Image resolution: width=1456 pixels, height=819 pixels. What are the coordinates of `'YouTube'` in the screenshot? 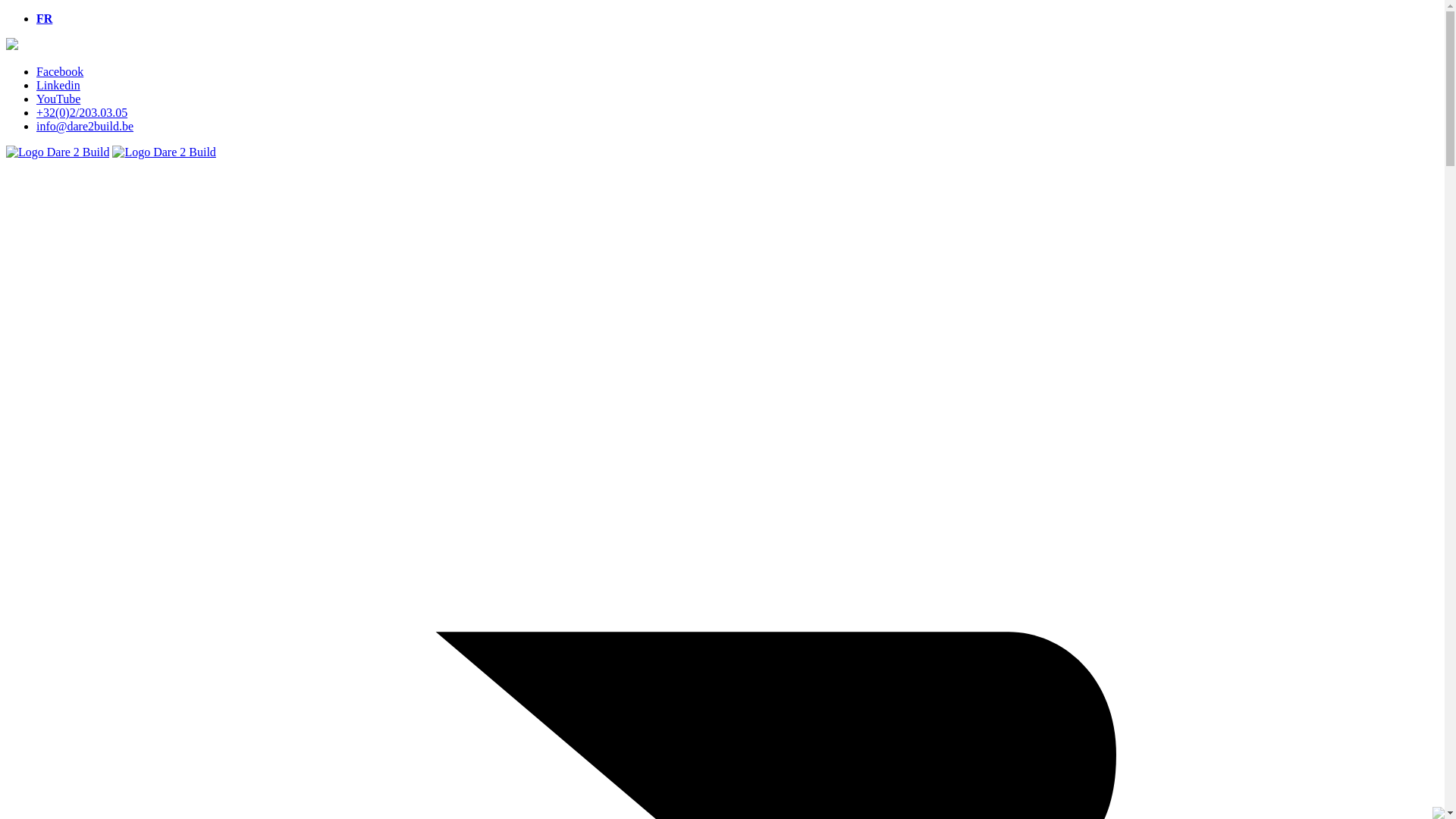 It's located at (58, 99).